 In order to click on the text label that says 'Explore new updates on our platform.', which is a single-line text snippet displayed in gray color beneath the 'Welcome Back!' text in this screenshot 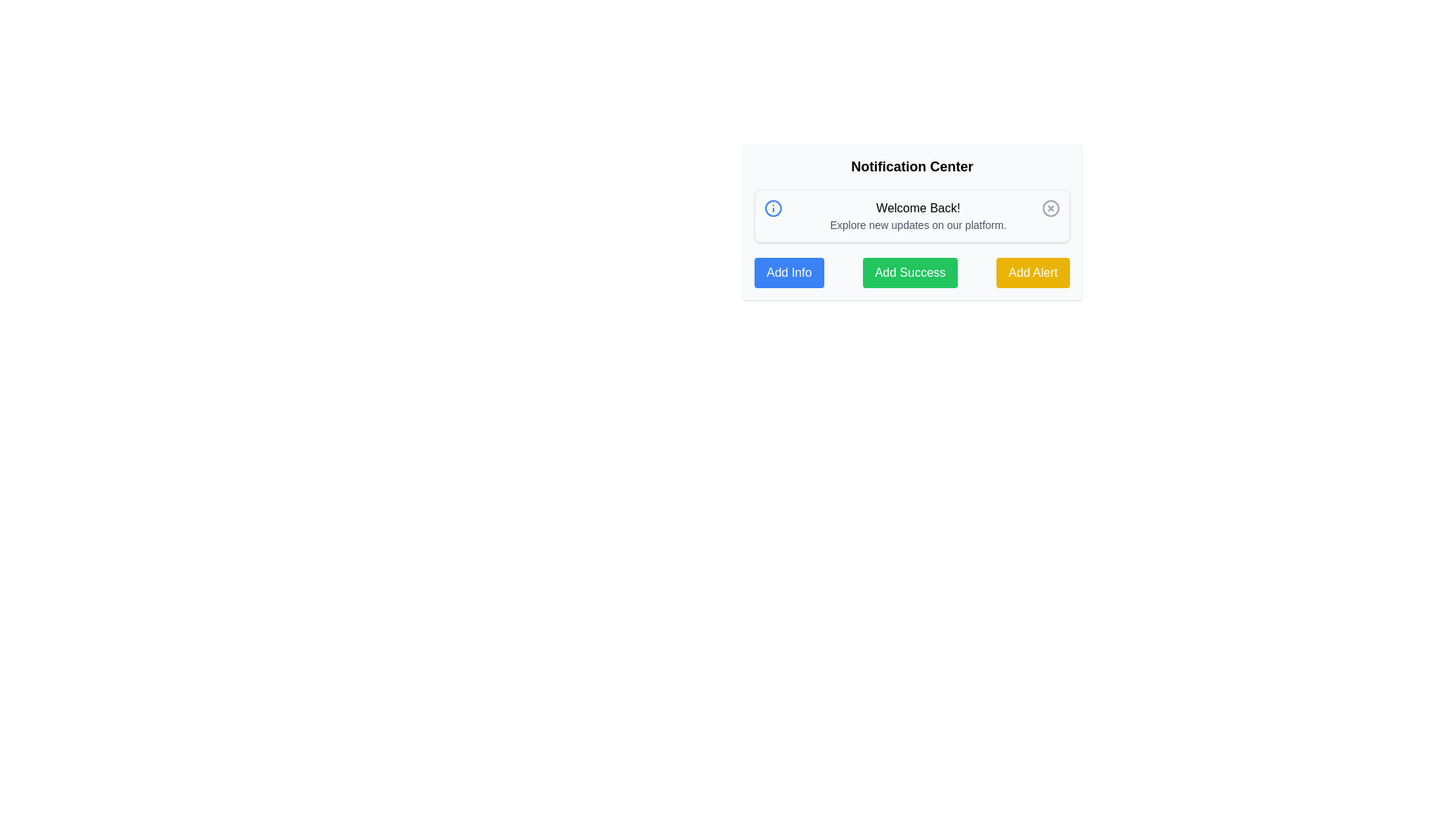, I will do `click(917, 225)`.